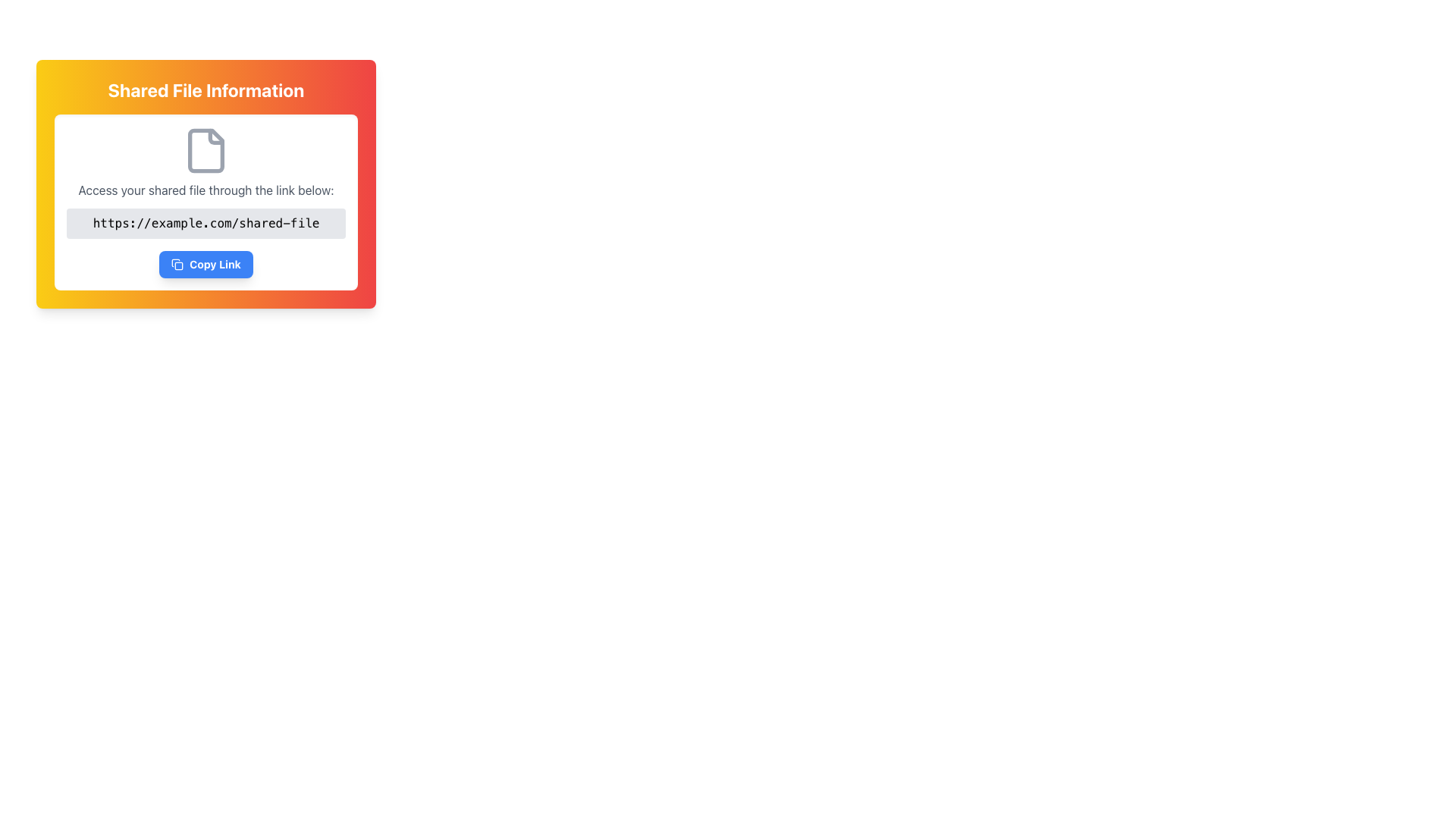 The width and height of the screenshot is (1456, 819). Describe the element at coordinates (177, 263) in the screenshot. I see `the copy icon located at the leftmost section of the 'Copy Link' button, adjacent to the text label` at that location.